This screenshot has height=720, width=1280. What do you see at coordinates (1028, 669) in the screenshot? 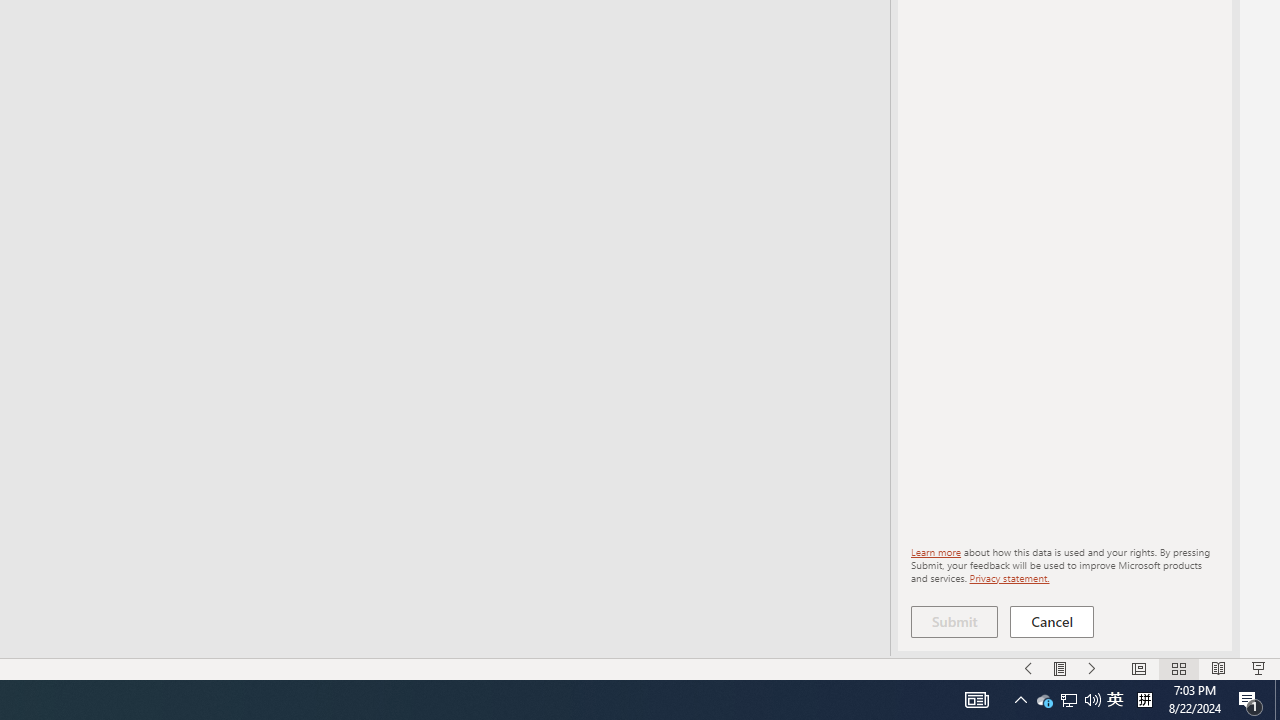
I see `'Slide Show Previous On'` at bounding box center [1028, 669].